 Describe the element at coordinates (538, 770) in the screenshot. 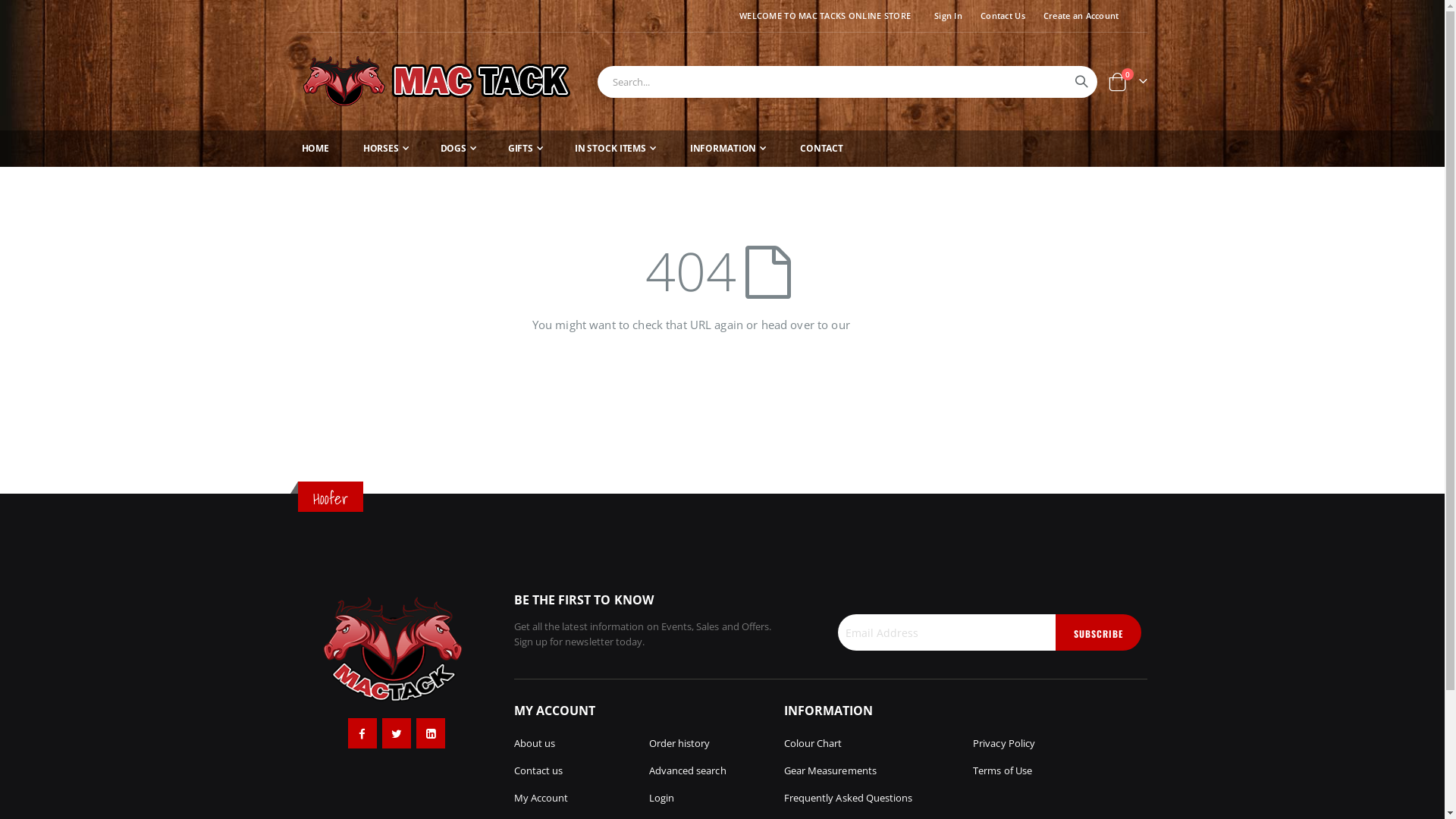

I see `'Contact us'` at that location.